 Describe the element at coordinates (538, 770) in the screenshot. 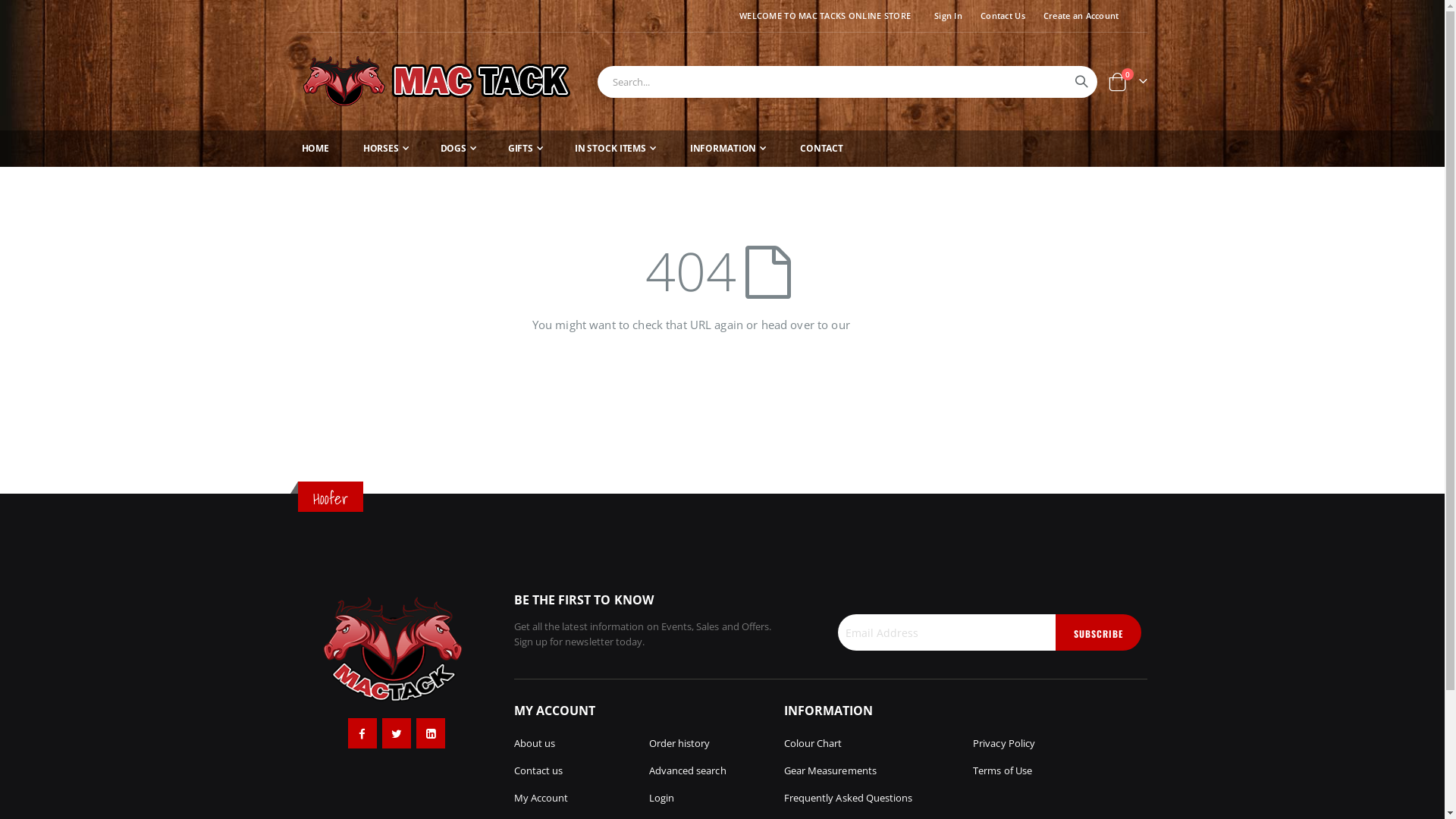

I see `'Contact us'` at that location.